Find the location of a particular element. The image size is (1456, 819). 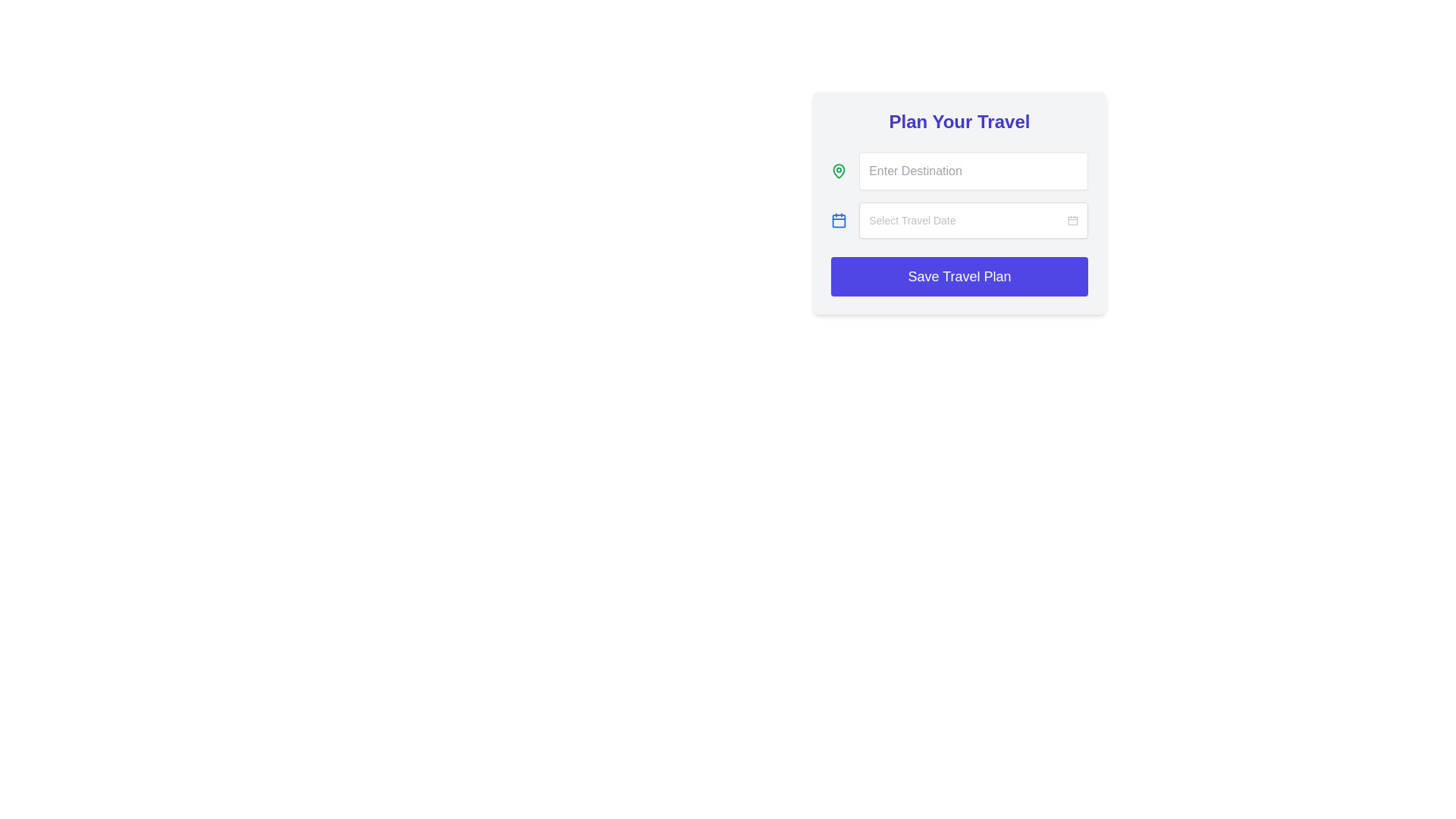

the calendar icon located to the left of the 'Select Travel Date' text input in the 'Plan Your Travel' form to invoke the date-picker is located at coordinates (838, 220).